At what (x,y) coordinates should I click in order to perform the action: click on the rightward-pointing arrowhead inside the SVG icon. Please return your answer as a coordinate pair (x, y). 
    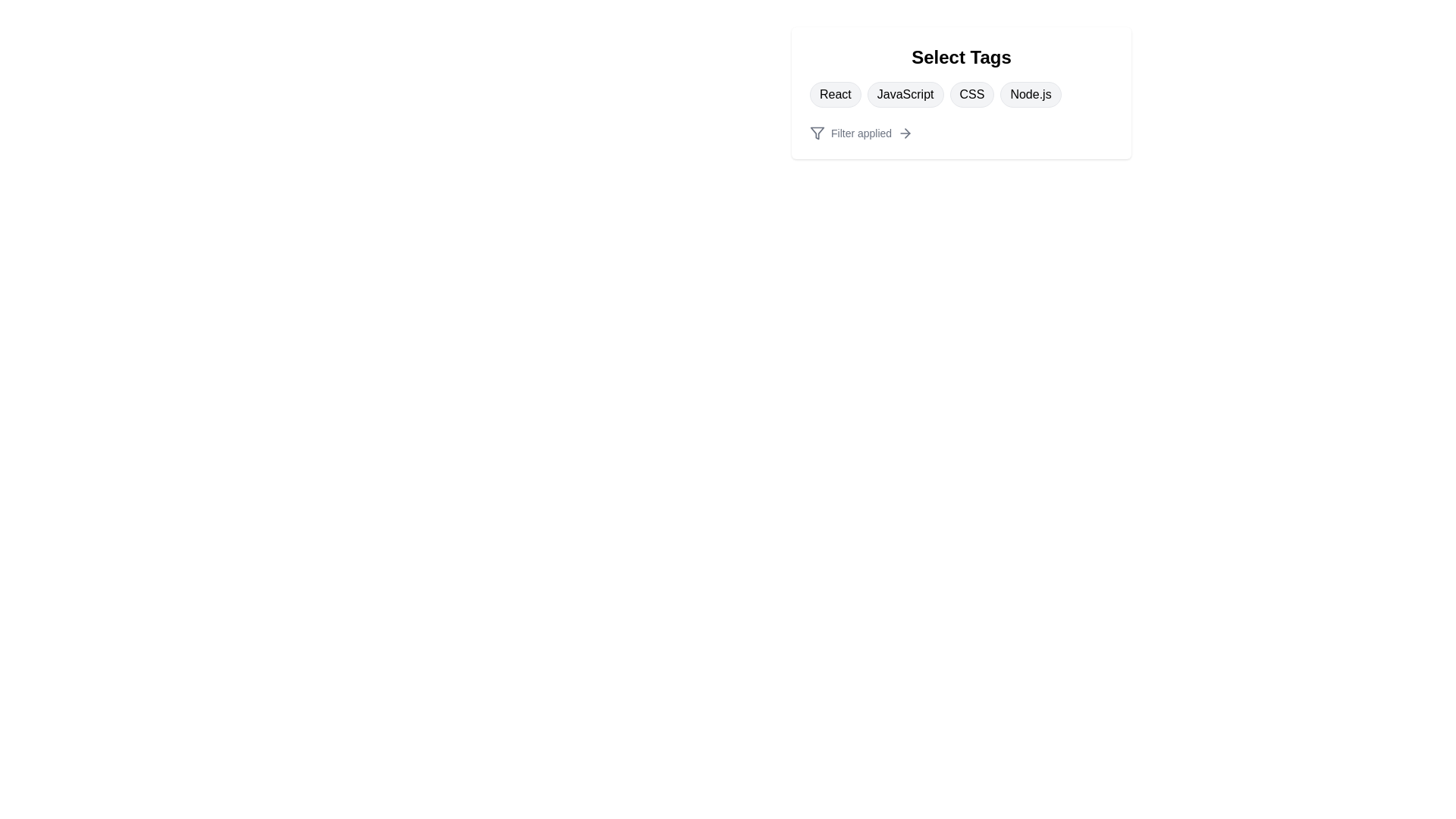
    Looking at the image, I should click on (908, 133).